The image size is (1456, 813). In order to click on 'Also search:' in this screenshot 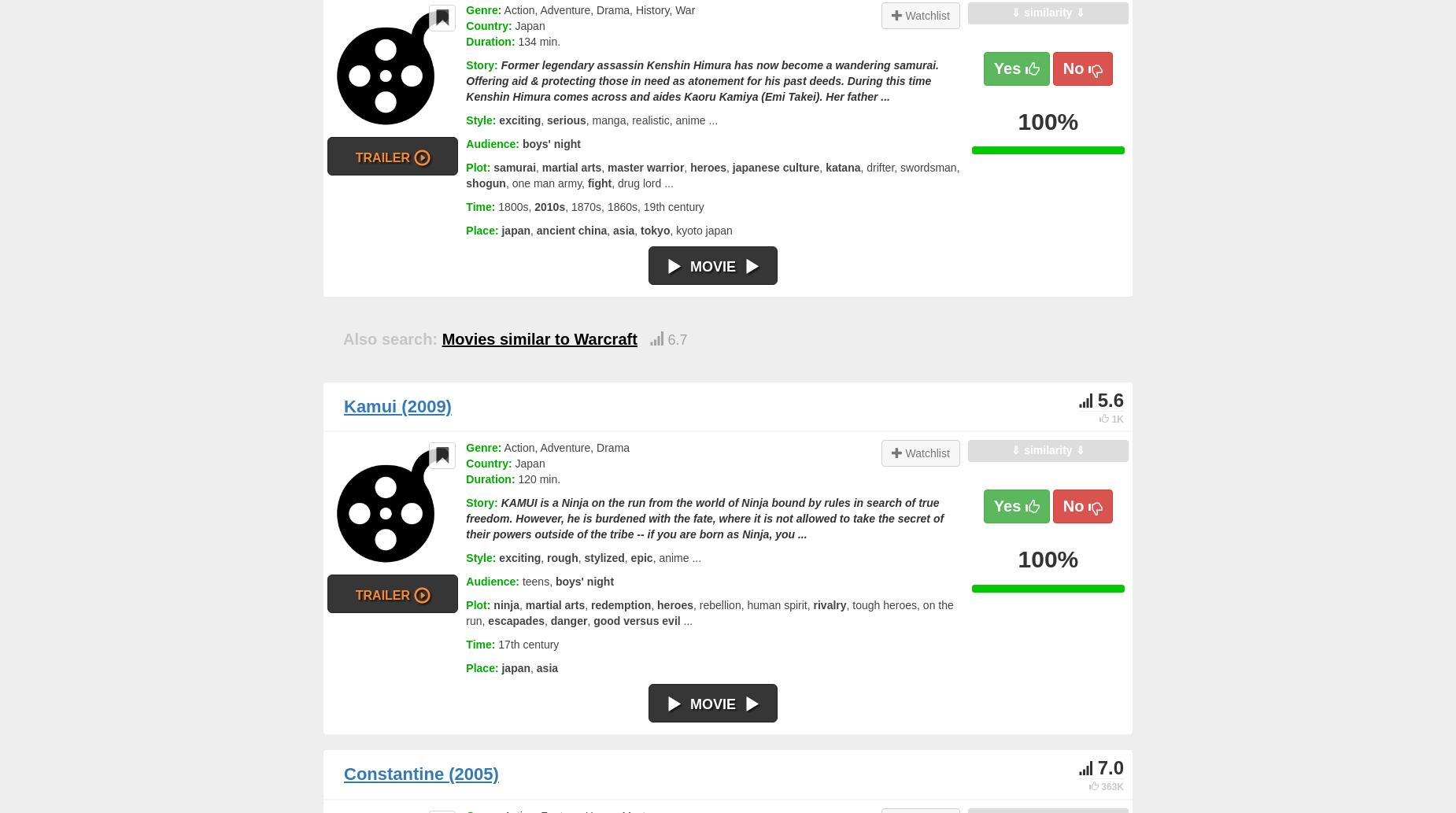, I will do `click(390, 338)`.